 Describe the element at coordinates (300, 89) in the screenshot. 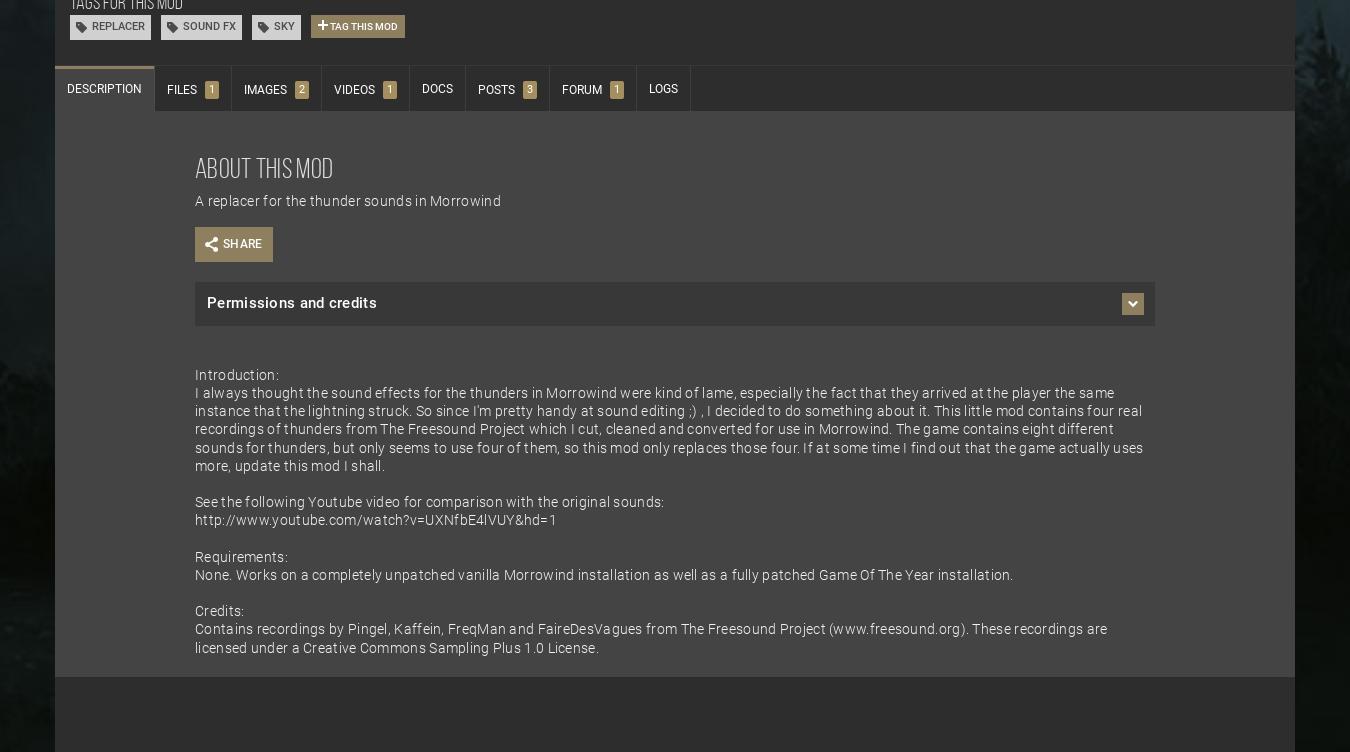

I see `'2'` at that location.